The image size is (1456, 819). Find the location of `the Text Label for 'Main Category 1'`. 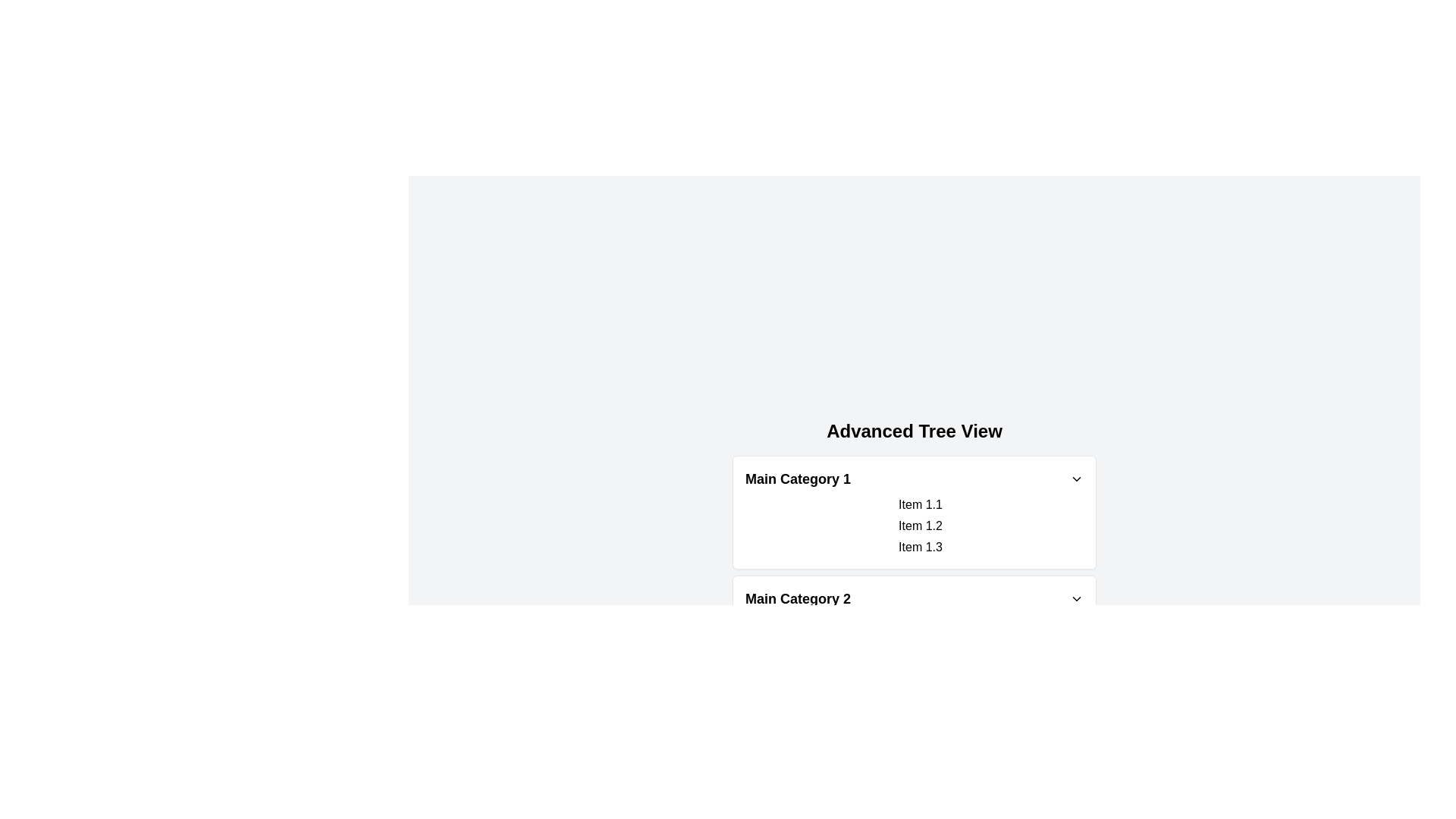

the Text Label for 'Main Category 1' is located at coordinates (797, 479).